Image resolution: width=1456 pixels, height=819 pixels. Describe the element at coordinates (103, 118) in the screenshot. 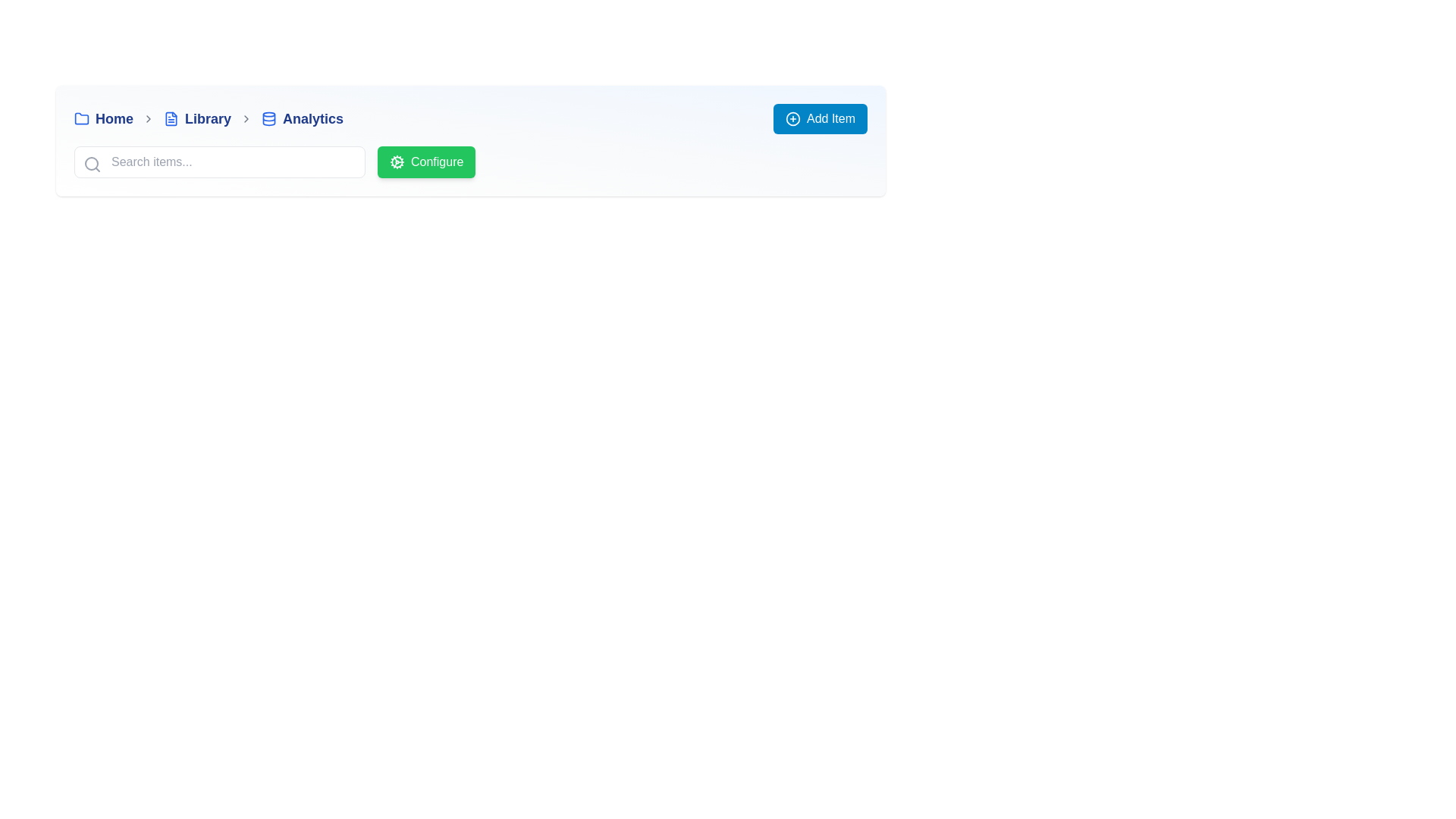

I see `the 'Home' Breadcrumb navigation link with a folder icon` at that location.